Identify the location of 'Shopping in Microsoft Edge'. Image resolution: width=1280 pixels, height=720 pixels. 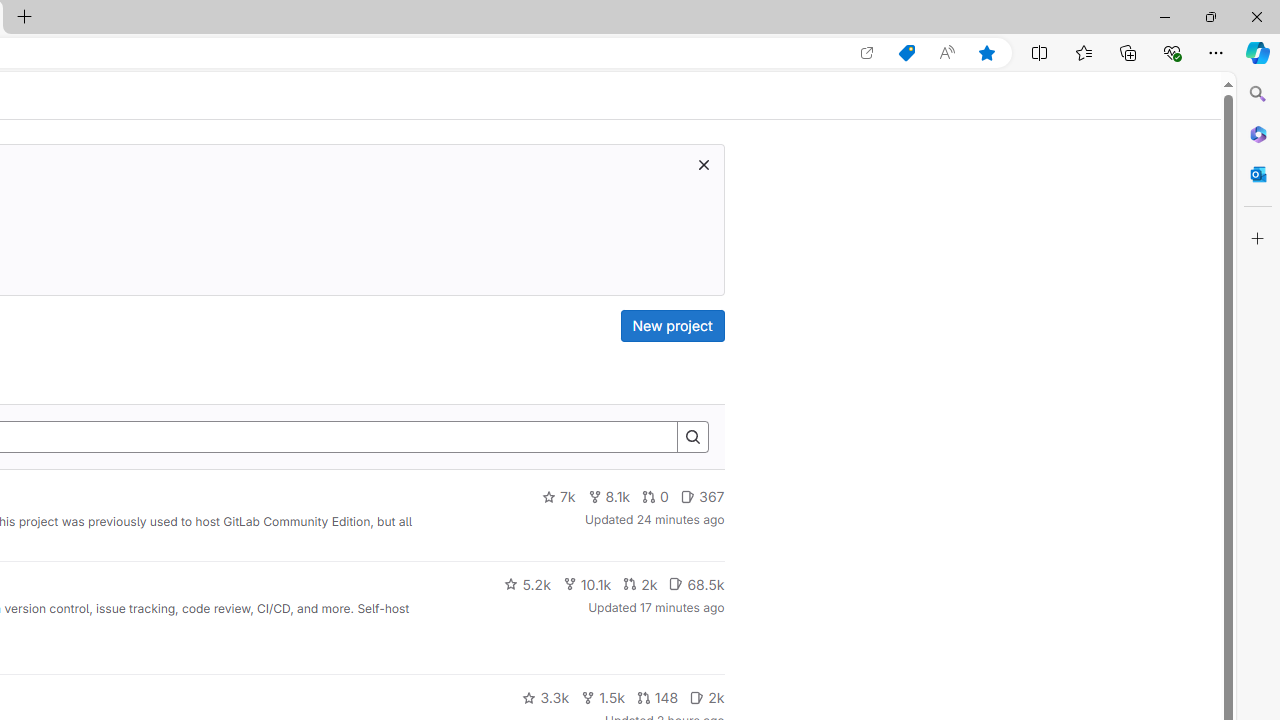
(905, 52).